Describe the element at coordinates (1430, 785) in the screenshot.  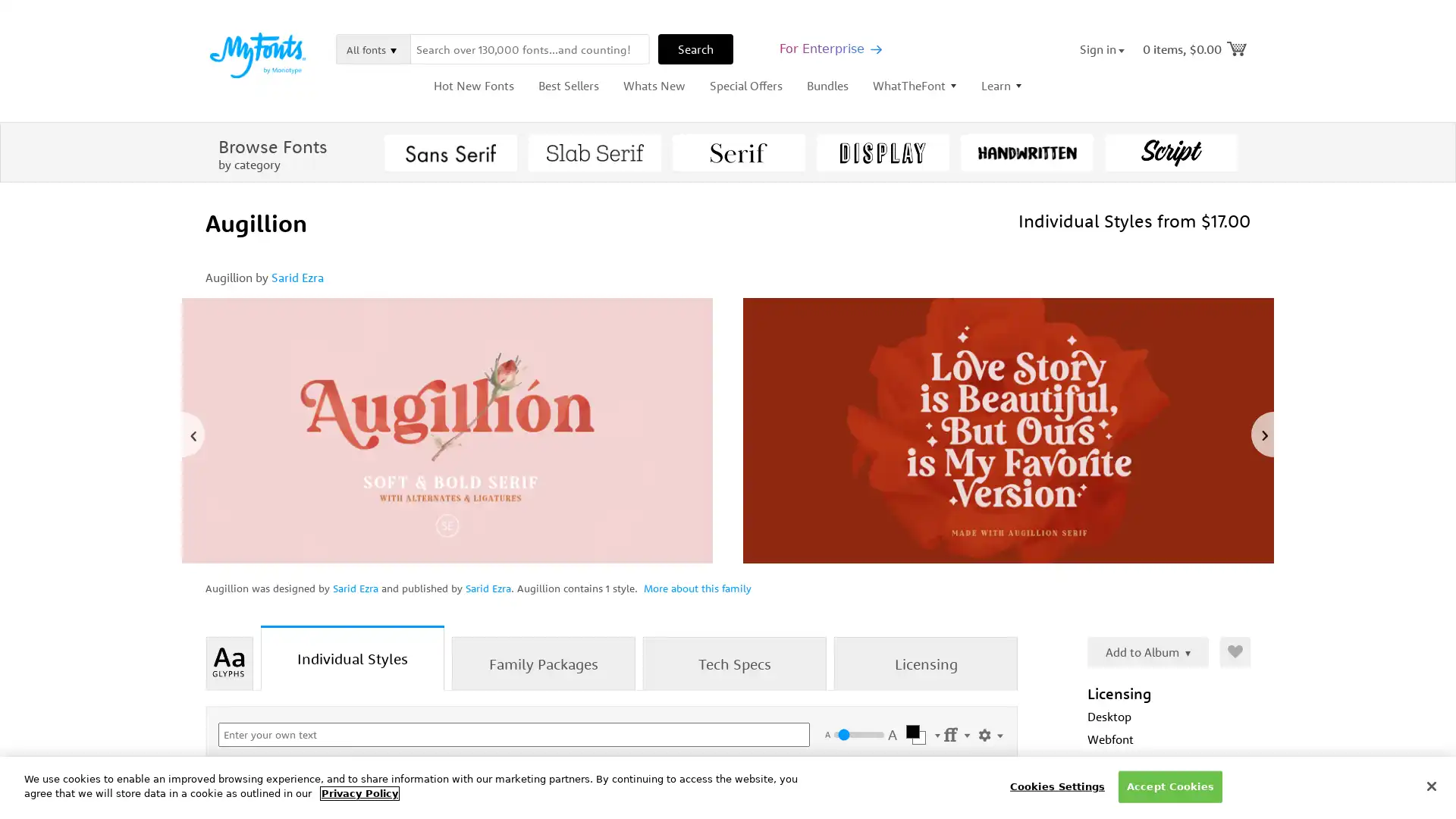
I see `Close` at that location.